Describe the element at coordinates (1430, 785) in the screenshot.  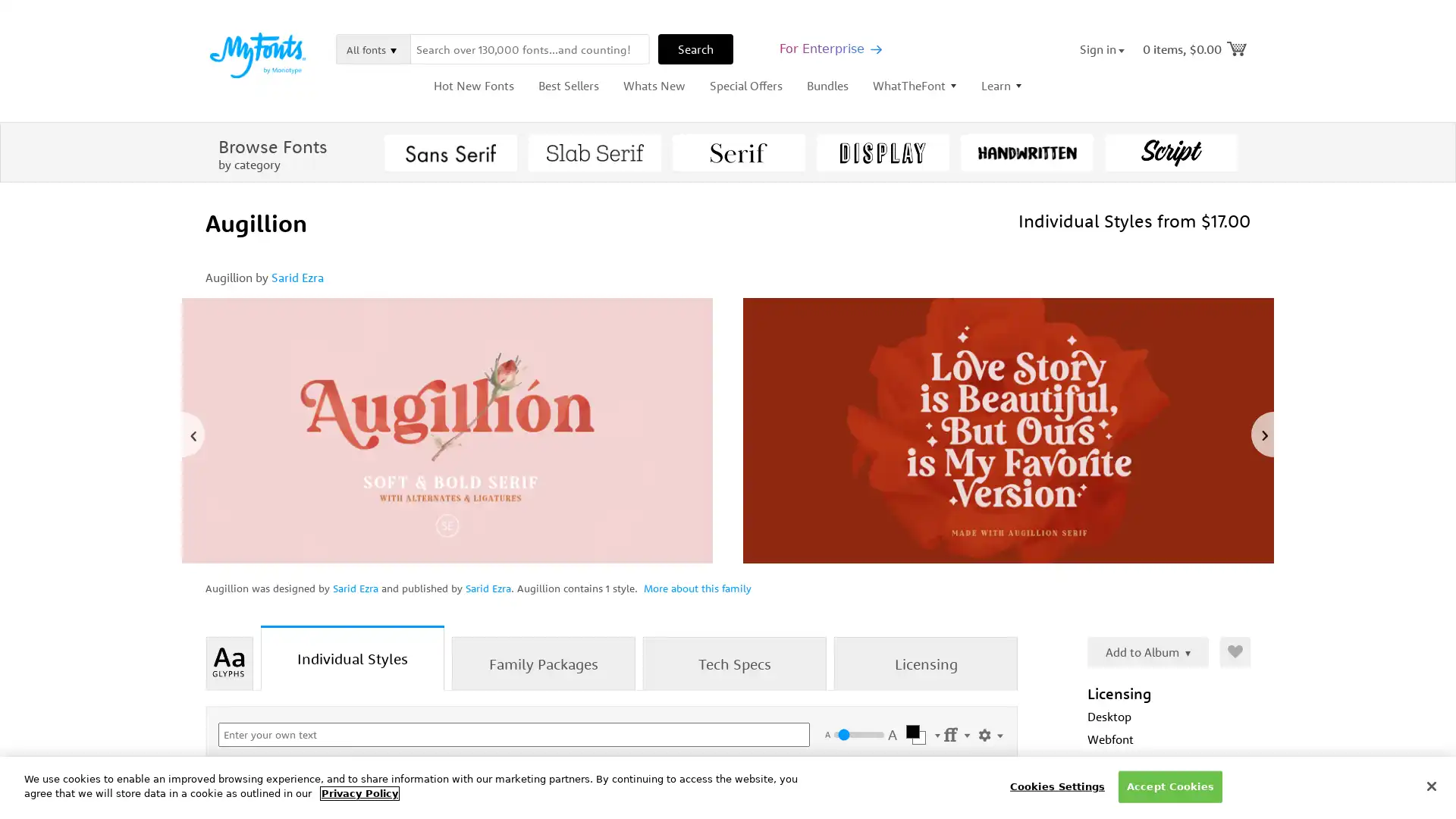
I see `Close` at that location.